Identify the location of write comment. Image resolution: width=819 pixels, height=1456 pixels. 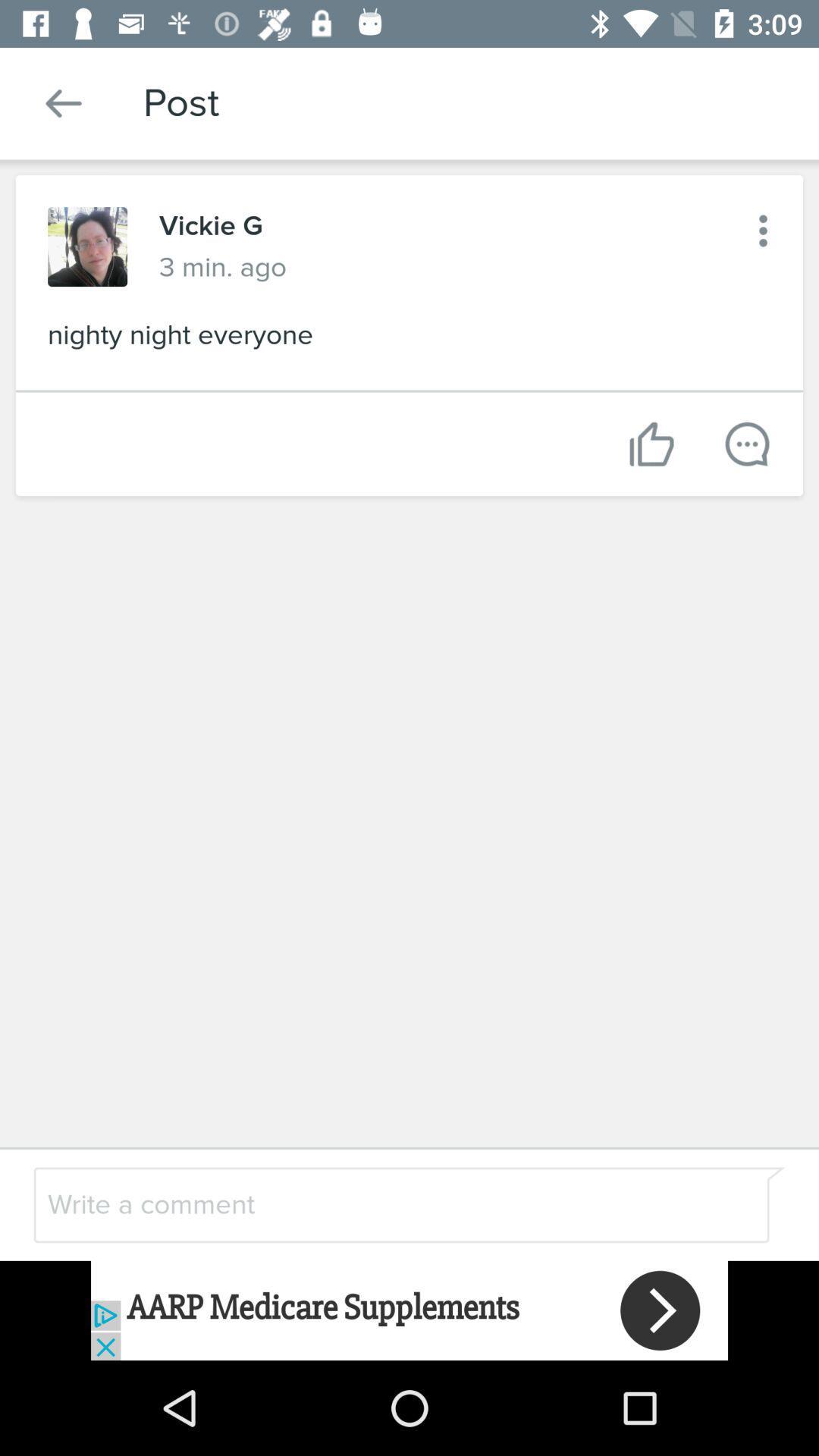
(369, 1203).